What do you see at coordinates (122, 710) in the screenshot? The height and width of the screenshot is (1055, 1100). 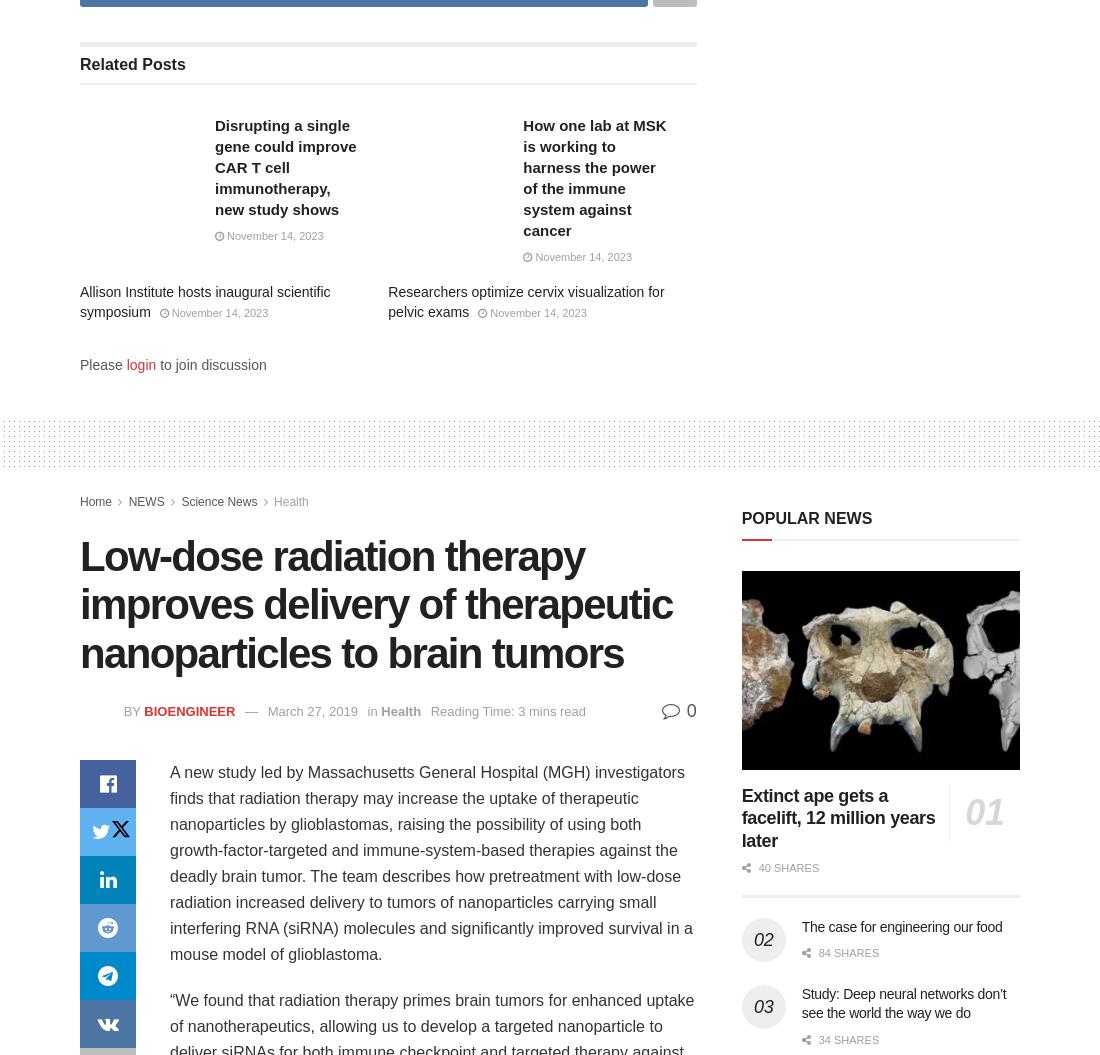 I see `'by'` at bounding box center [122, 710].